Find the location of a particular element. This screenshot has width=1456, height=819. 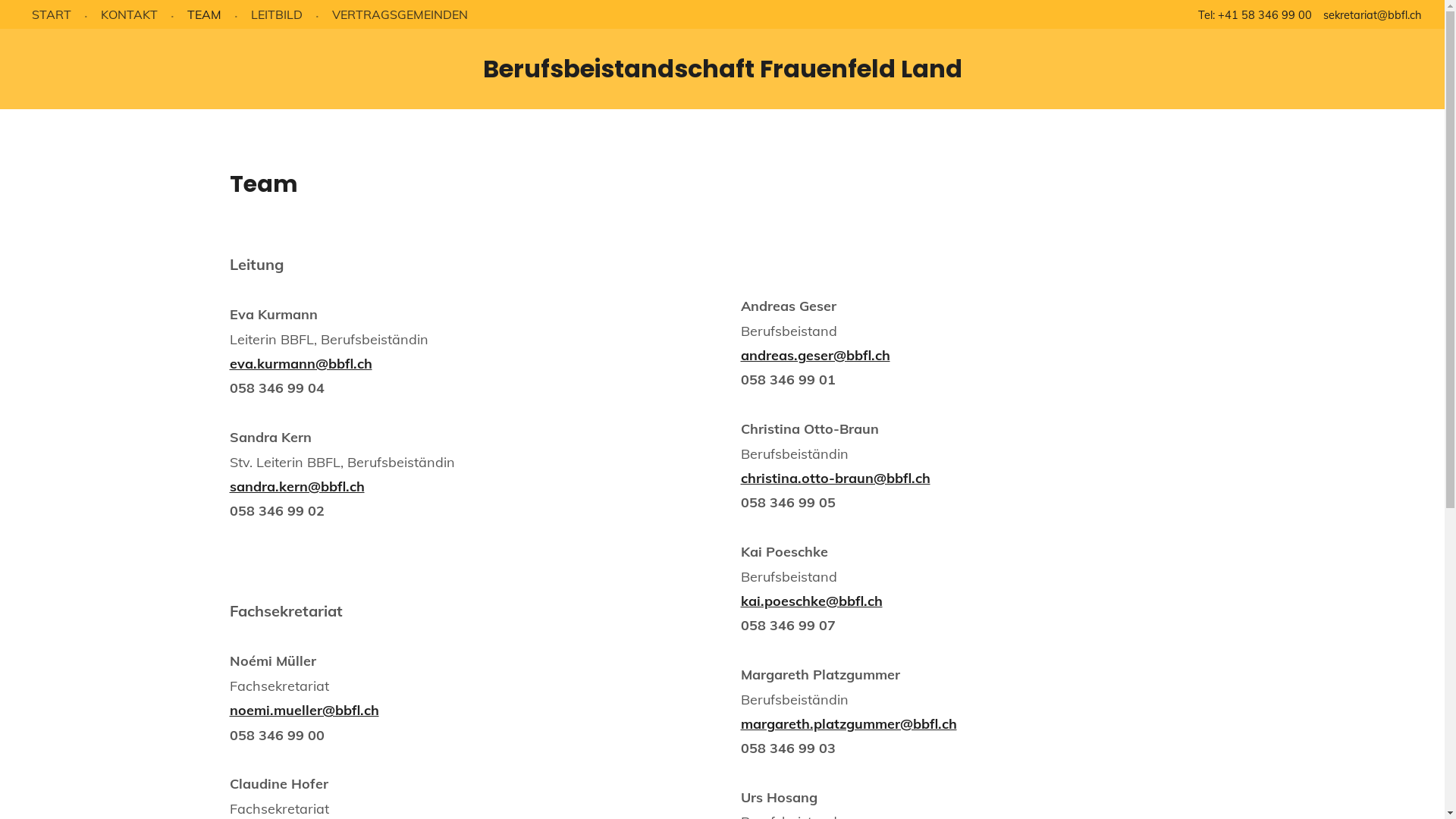

'KONTAKT' is located at coordinates (129, 14).